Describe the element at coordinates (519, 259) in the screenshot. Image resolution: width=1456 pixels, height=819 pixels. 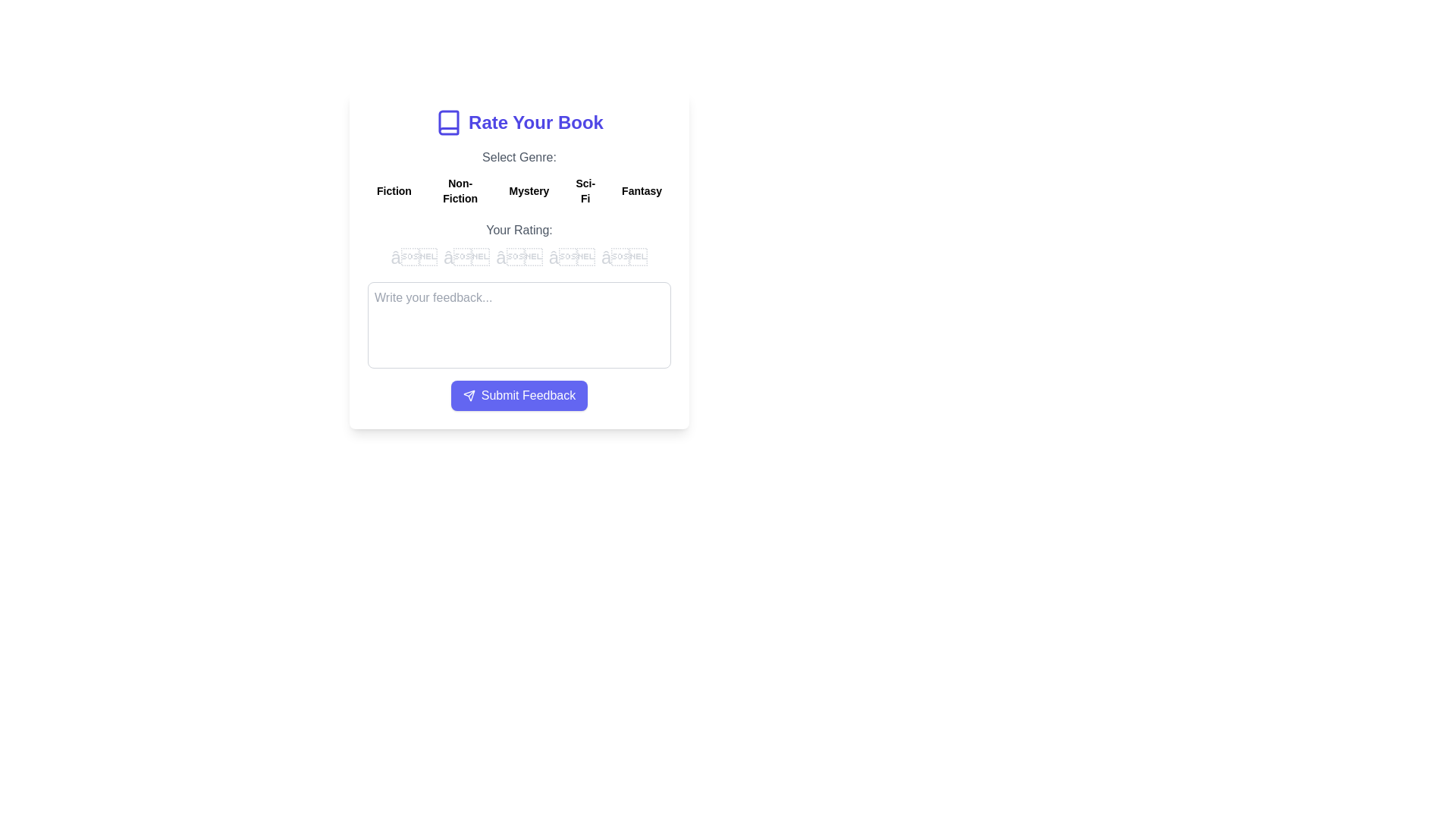
I see `the third interactive rating star in the 'Rate Your Book' interface` at that location.